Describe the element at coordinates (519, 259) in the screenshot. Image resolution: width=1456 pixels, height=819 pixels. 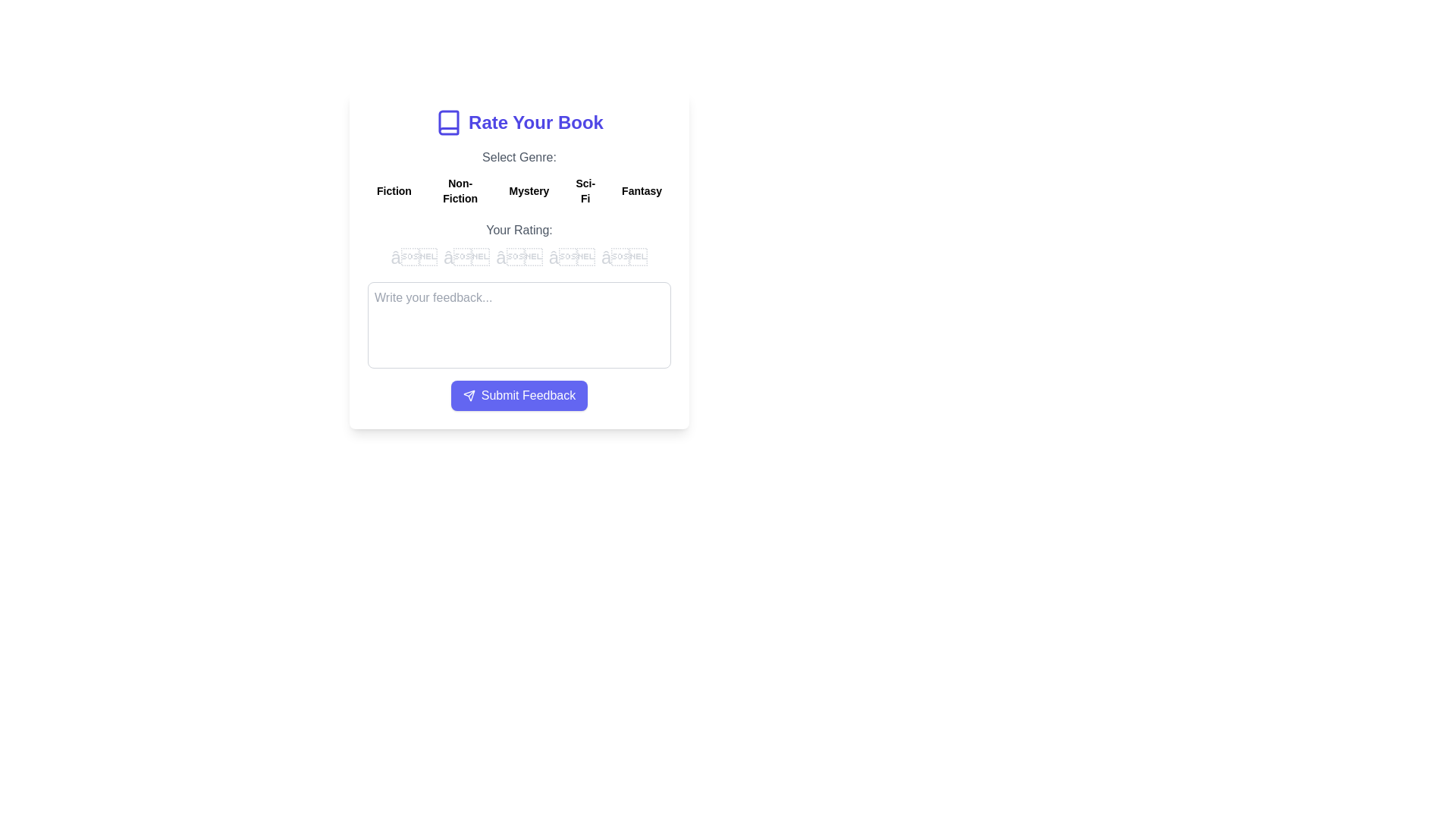
I see `the third interactive rating star in the 'Rate Your Book' interface` at that location.